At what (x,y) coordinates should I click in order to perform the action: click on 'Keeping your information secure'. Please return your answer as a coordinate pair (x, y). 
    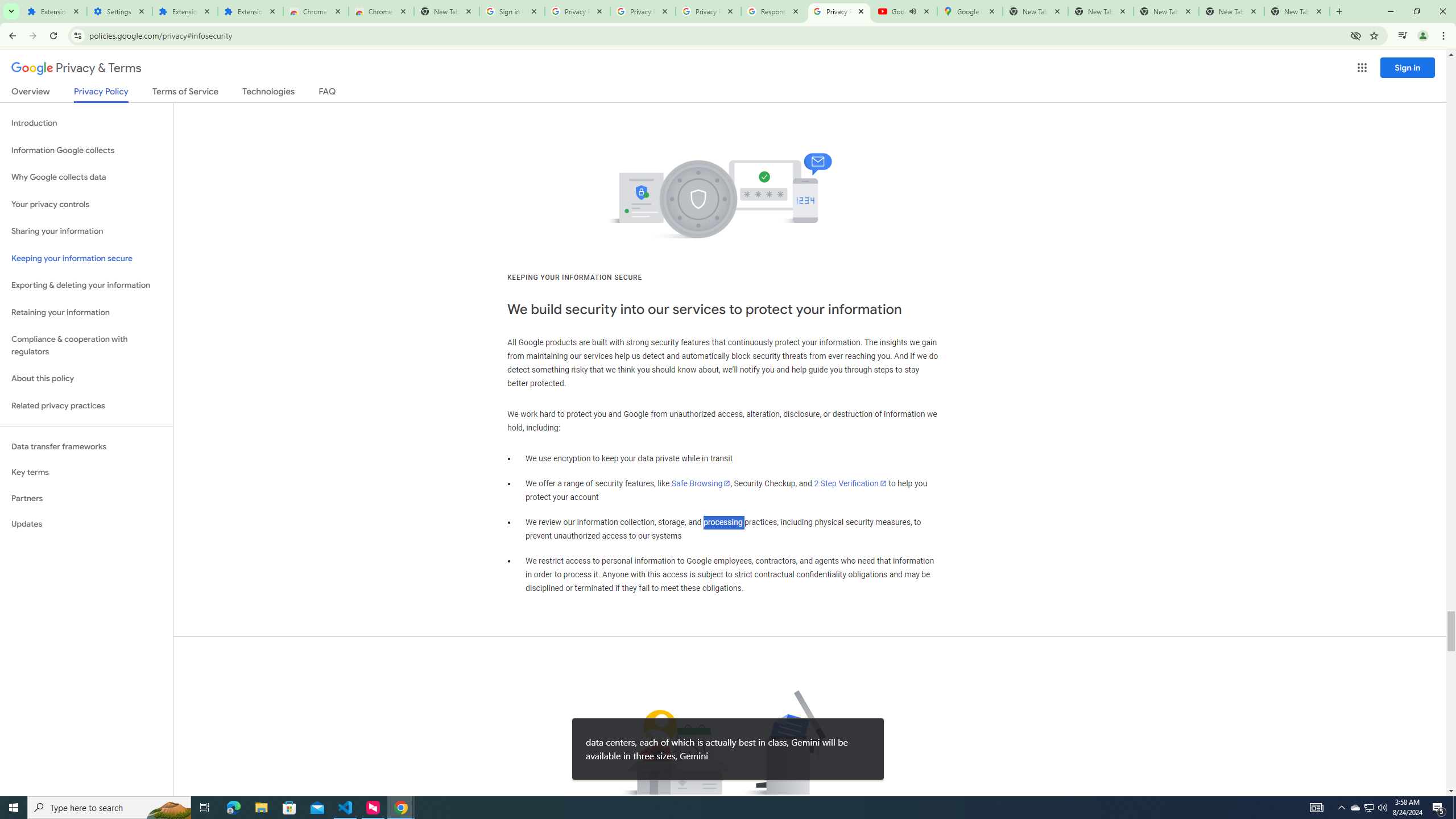
    Looking at the image, I should click on (86, 259).